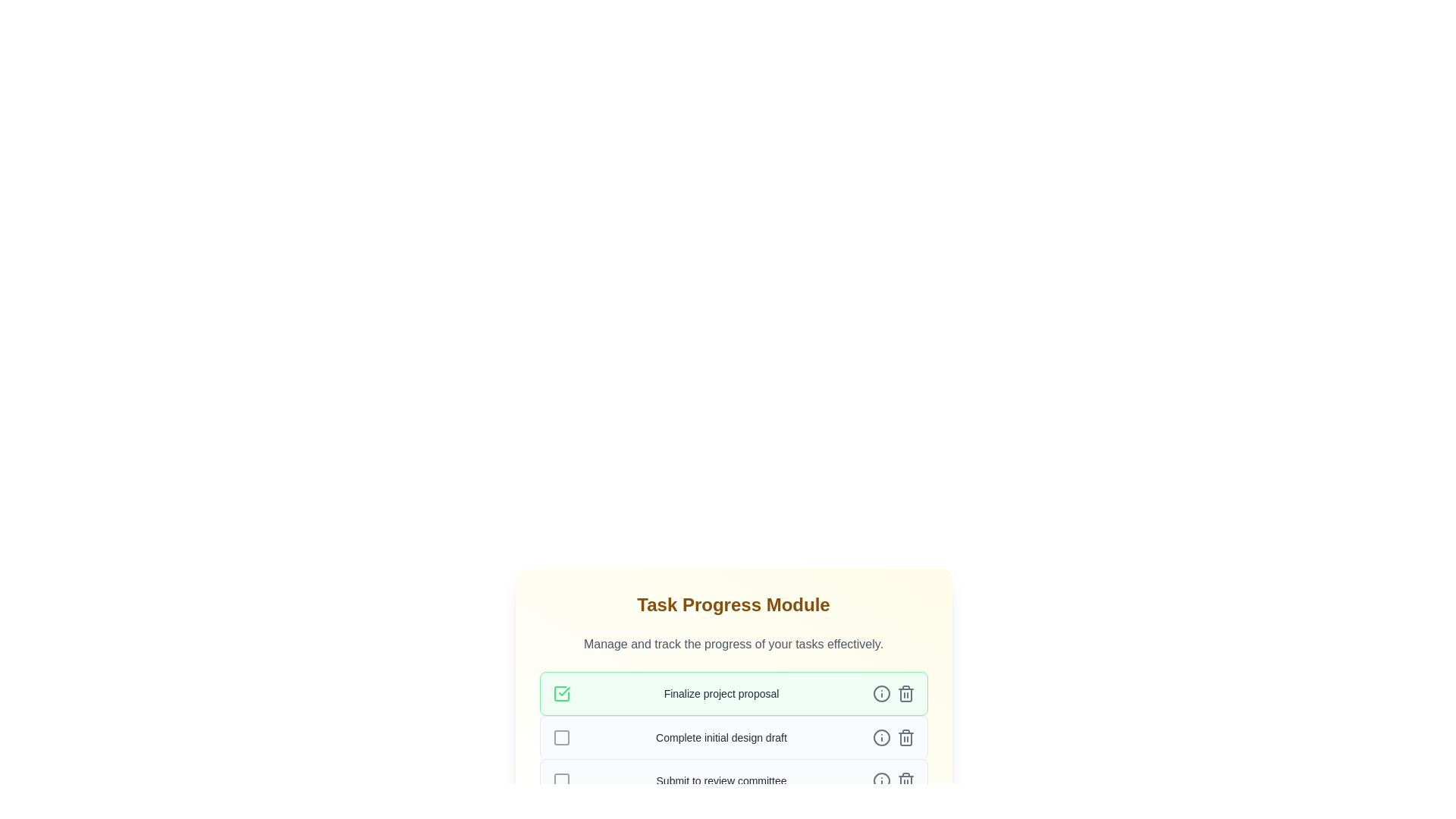 The height and width of the screenshot is (819, 1456). I want to click on the checkbox with a checkmark indicating the completion of the 'Finalize project proposal' task in the Task Progress Module, so click(560, 693).